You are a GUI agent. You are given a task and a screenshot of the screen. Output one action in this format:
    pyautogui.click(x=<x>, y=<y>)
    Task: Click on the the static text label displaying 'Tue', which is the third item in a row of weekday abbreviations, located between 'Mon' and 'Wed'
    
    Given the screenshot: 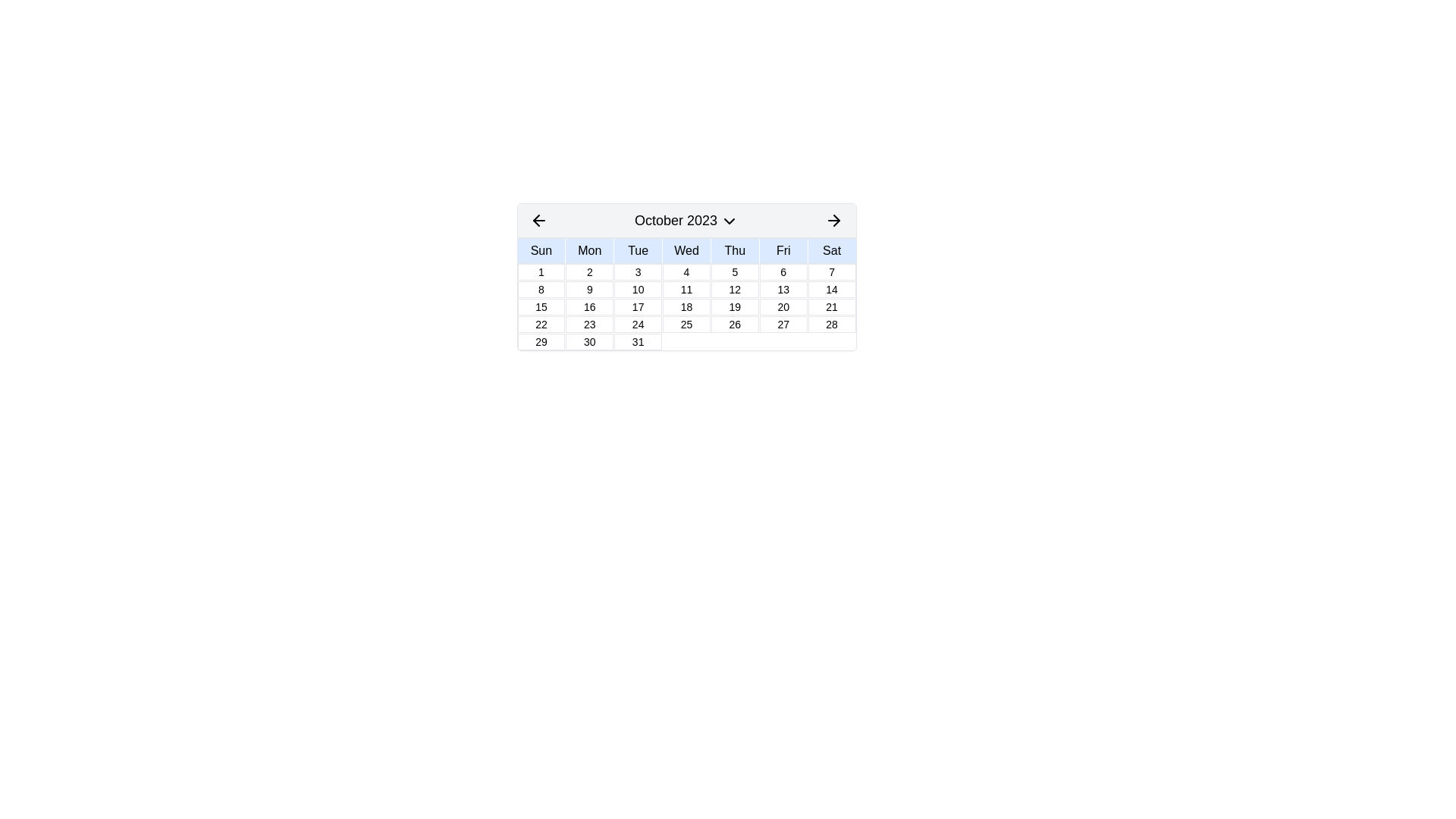 What is the action you would take?
    pyautogui.click(x=638, y=250)
    